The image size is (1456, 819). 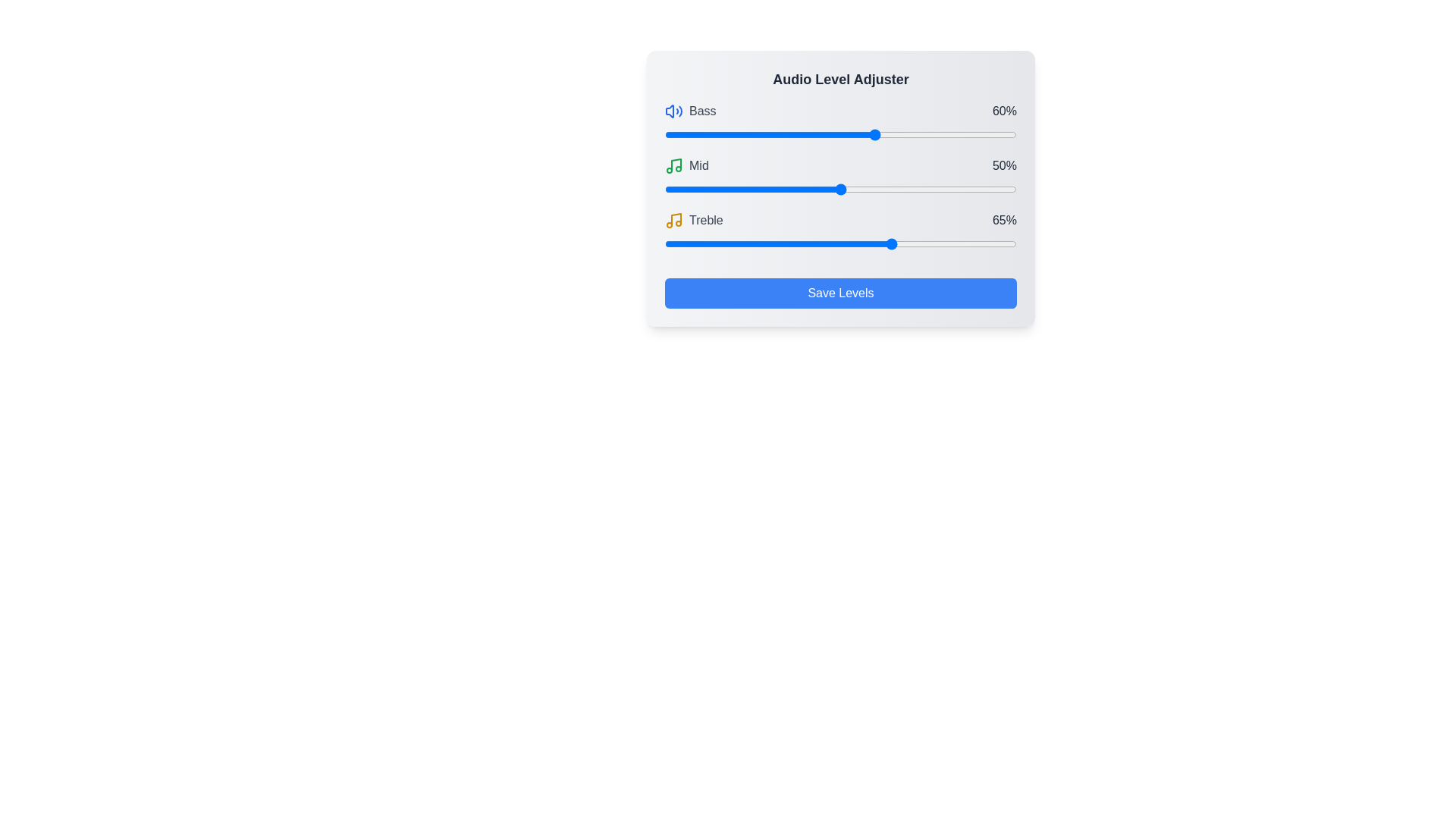 What do you see at coordinates (686, 166) in the screenshot?
I see `the Label with a green musical note icon followed by the text 'MID' in gray color, located in the second row of the 'Audio Level Adjuster' layout, between 'Bass' and 'Treble'` at bounding box center [686, 166].